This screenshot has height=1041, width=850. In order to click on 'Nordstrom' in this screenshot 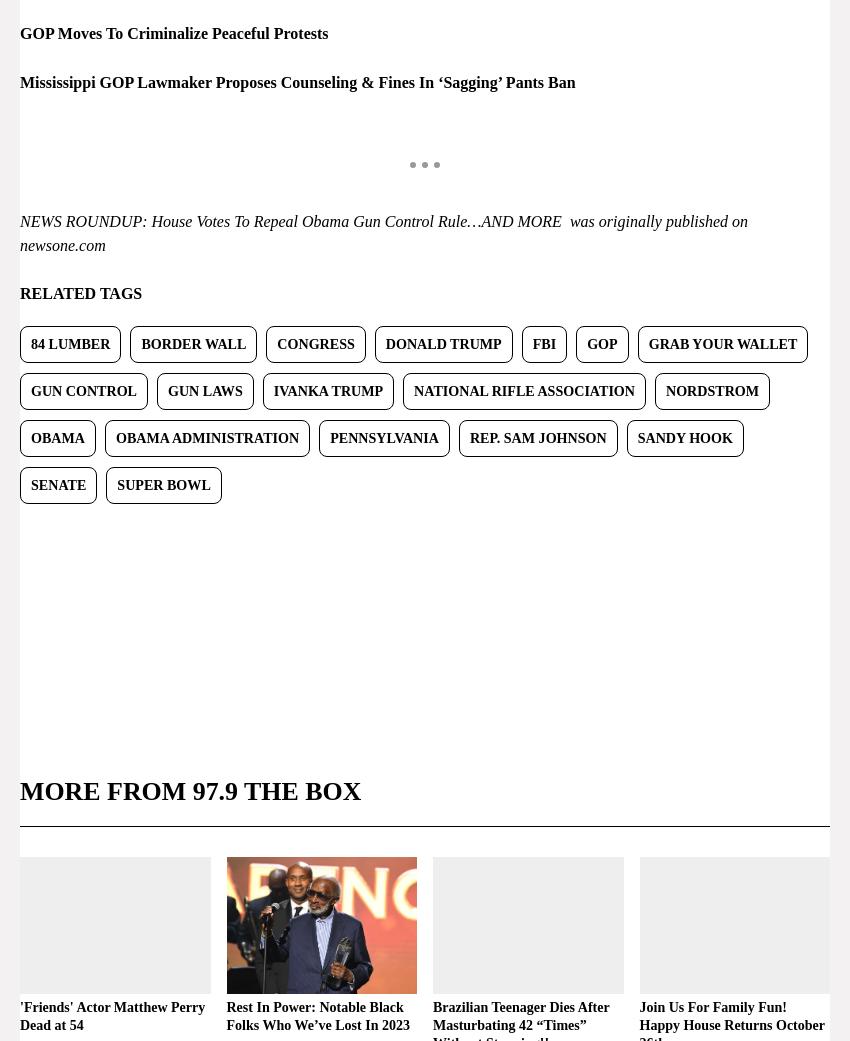, I will do `click(665, 390)`.